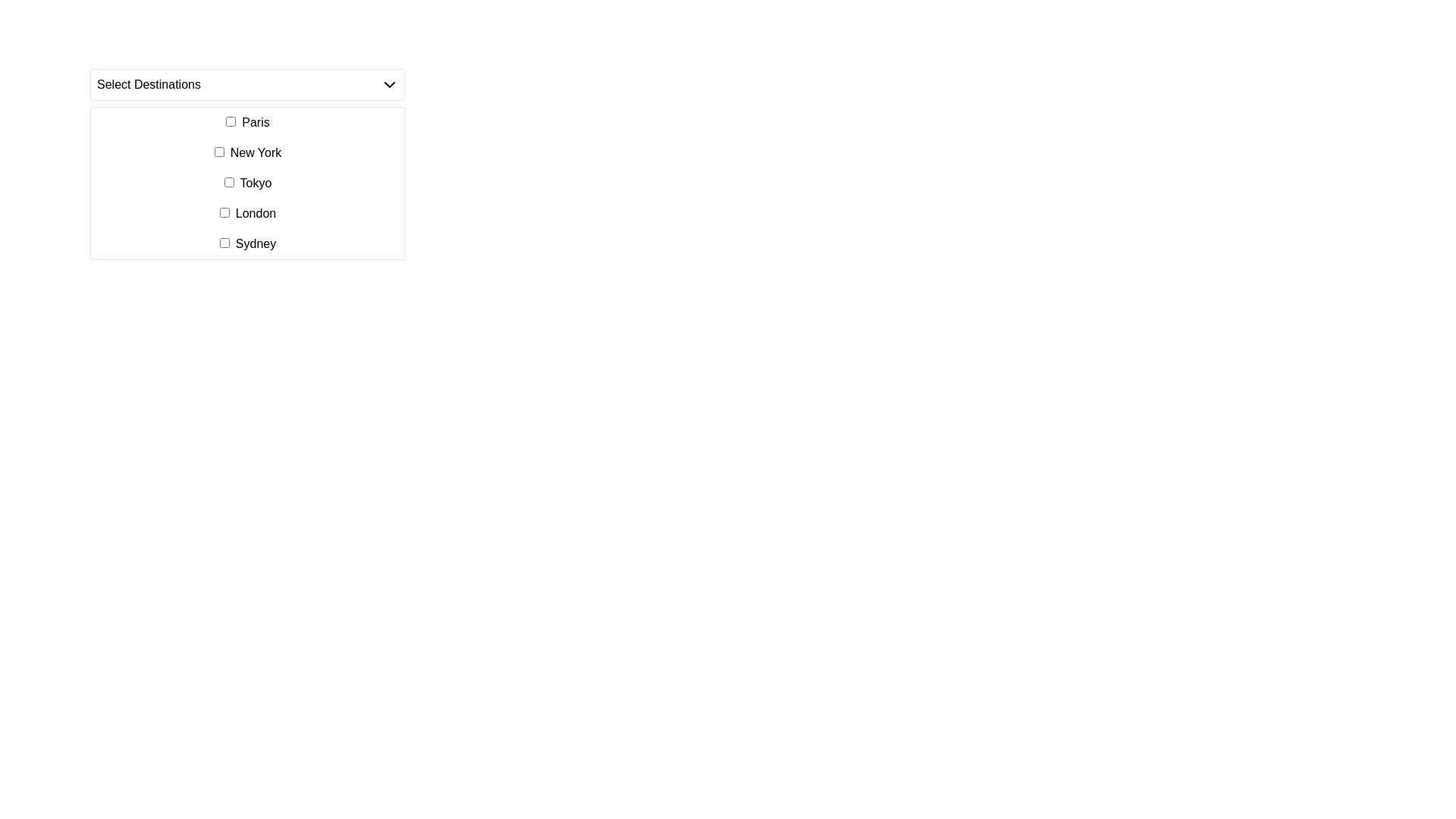  Describe the element at coordinates (247, 138) in the screenshot. I see `the 'New York' checkbox in the dropdown list` at that location.